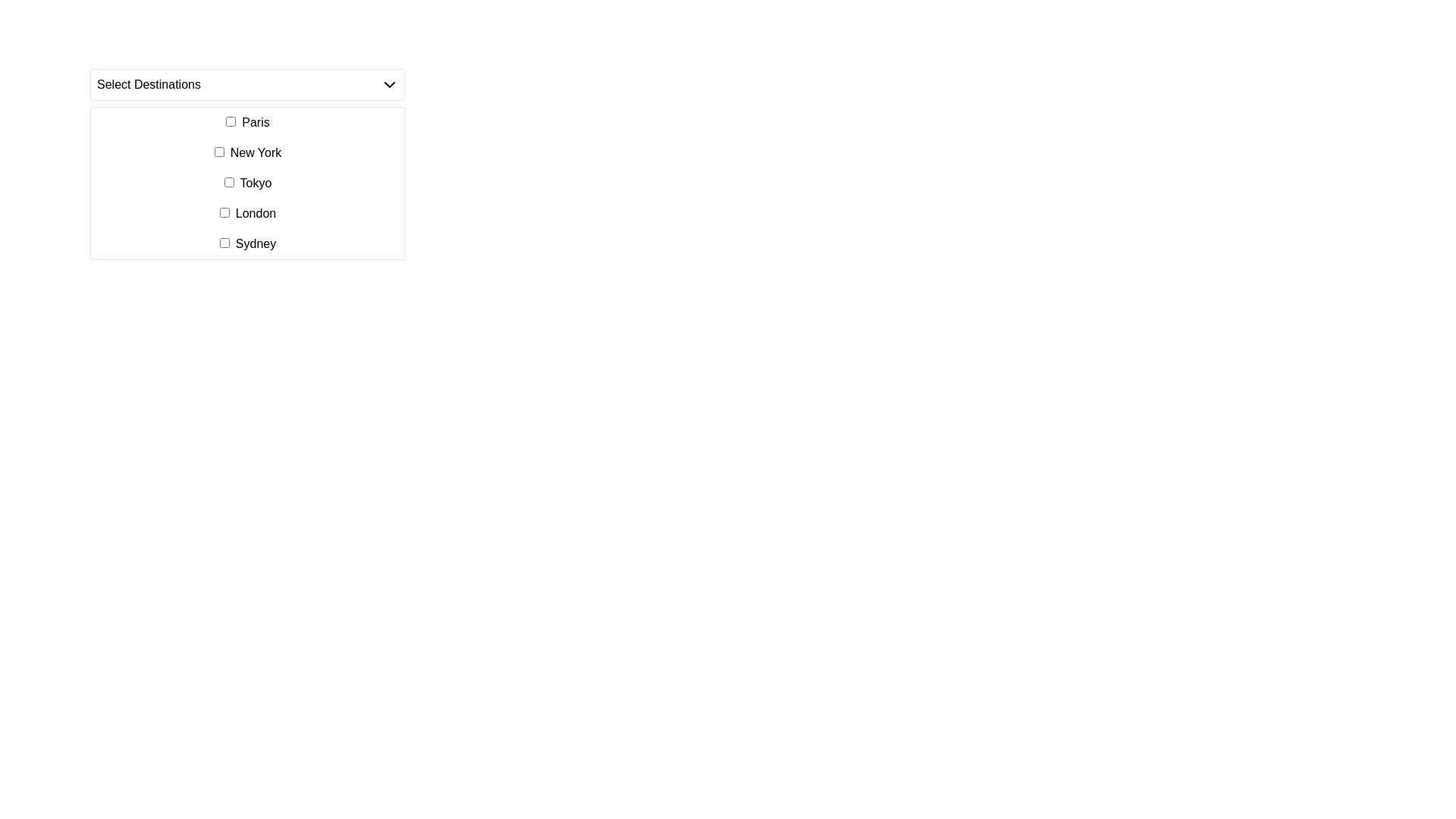  Describe the element at coordinates (247, 138) in the screenshot. I see `the 'New York' checkbox in the dropdown list` at that location.